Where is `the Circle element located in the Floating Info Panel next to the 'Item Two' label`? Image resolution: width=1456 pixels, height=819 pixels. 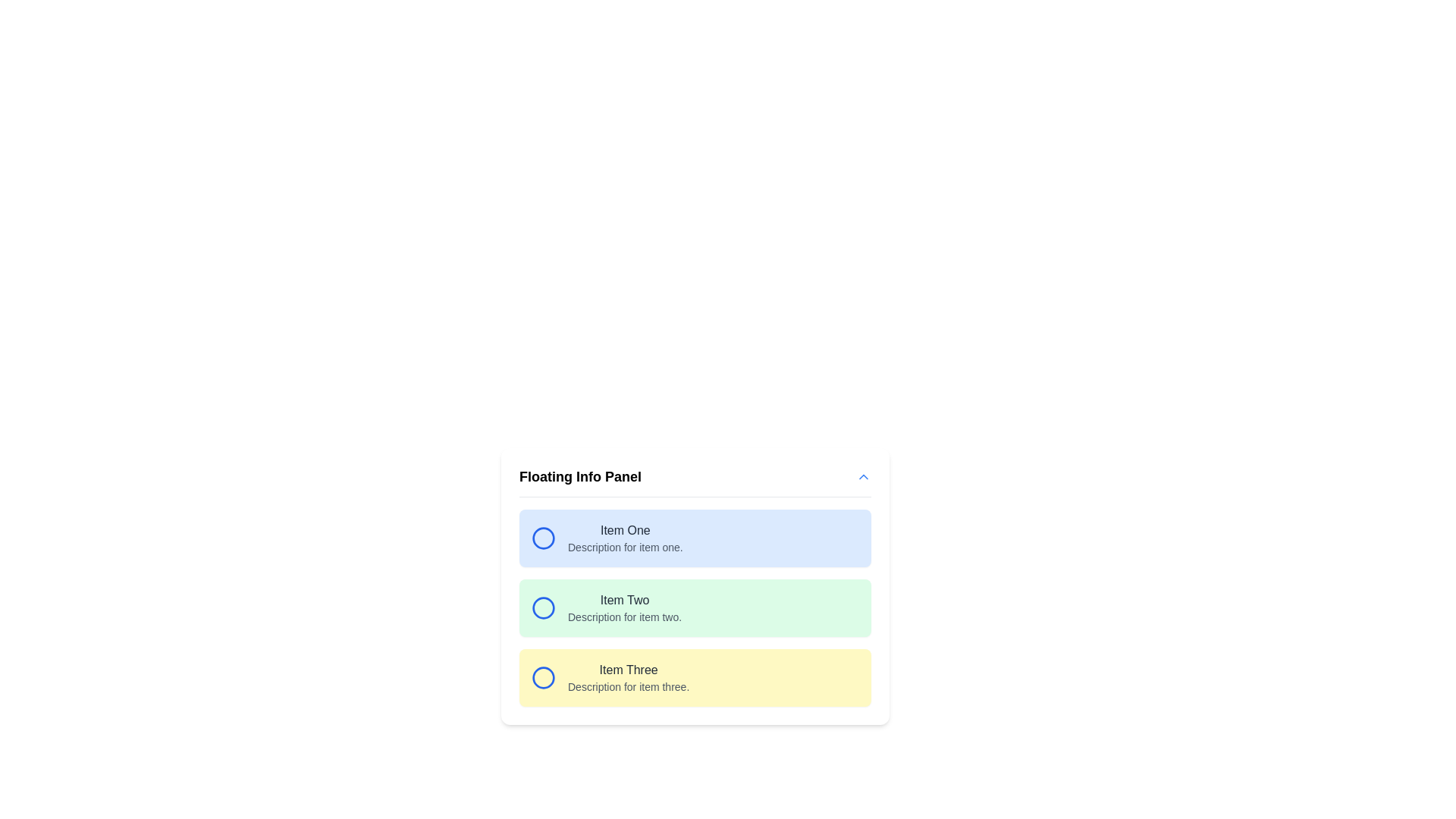 the Circle element located in the Floating Info Panel next to the 'Item Two' label is located at coordinates (543, 607).